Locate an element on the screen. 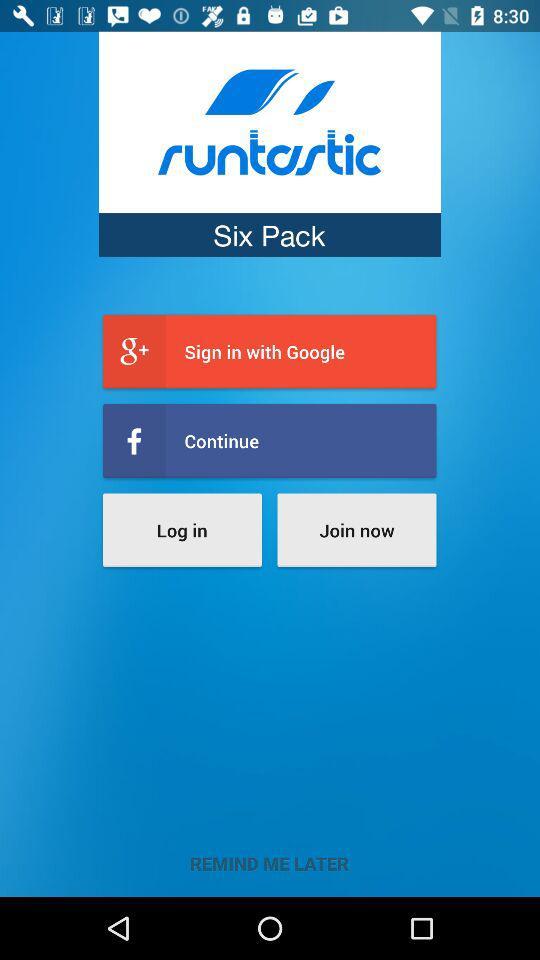 The width and height of the screenshot is (540, 960). the log in is located at coordinates (182, 529).